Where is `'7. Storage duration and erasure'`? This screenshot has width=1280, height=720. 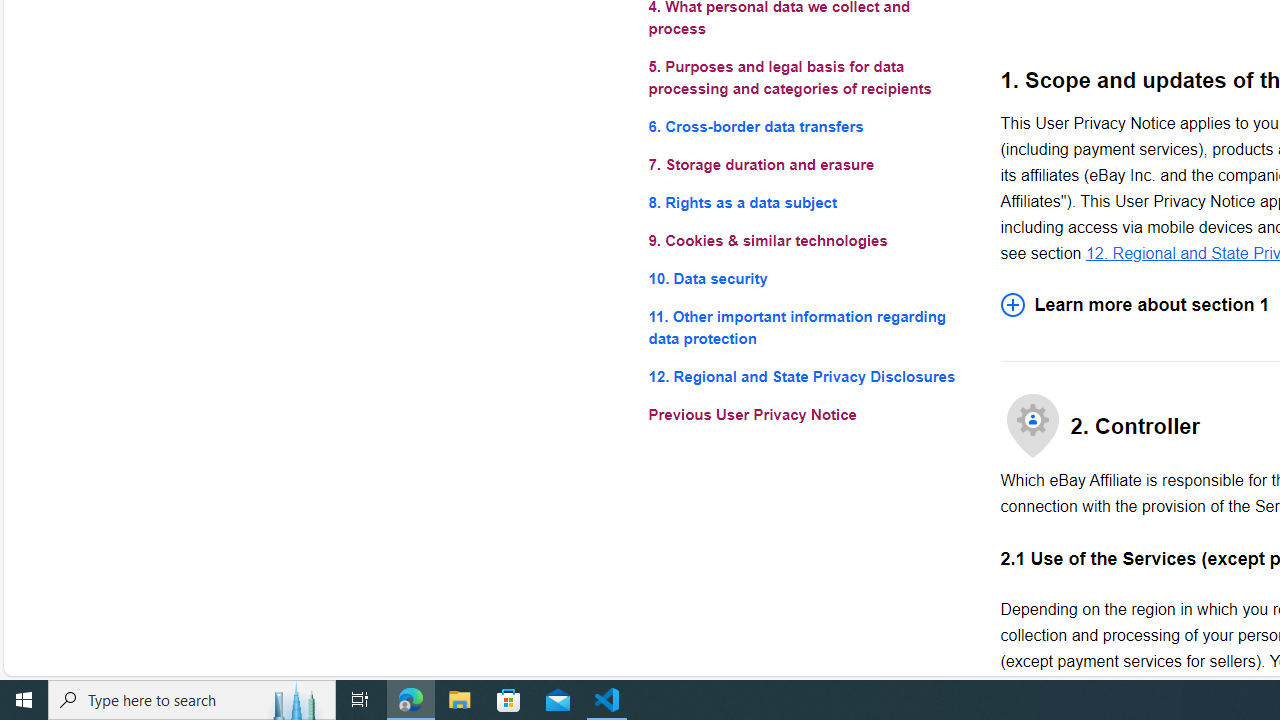
'7. Storage duration and erasure' is located at coordinates (808, 163).